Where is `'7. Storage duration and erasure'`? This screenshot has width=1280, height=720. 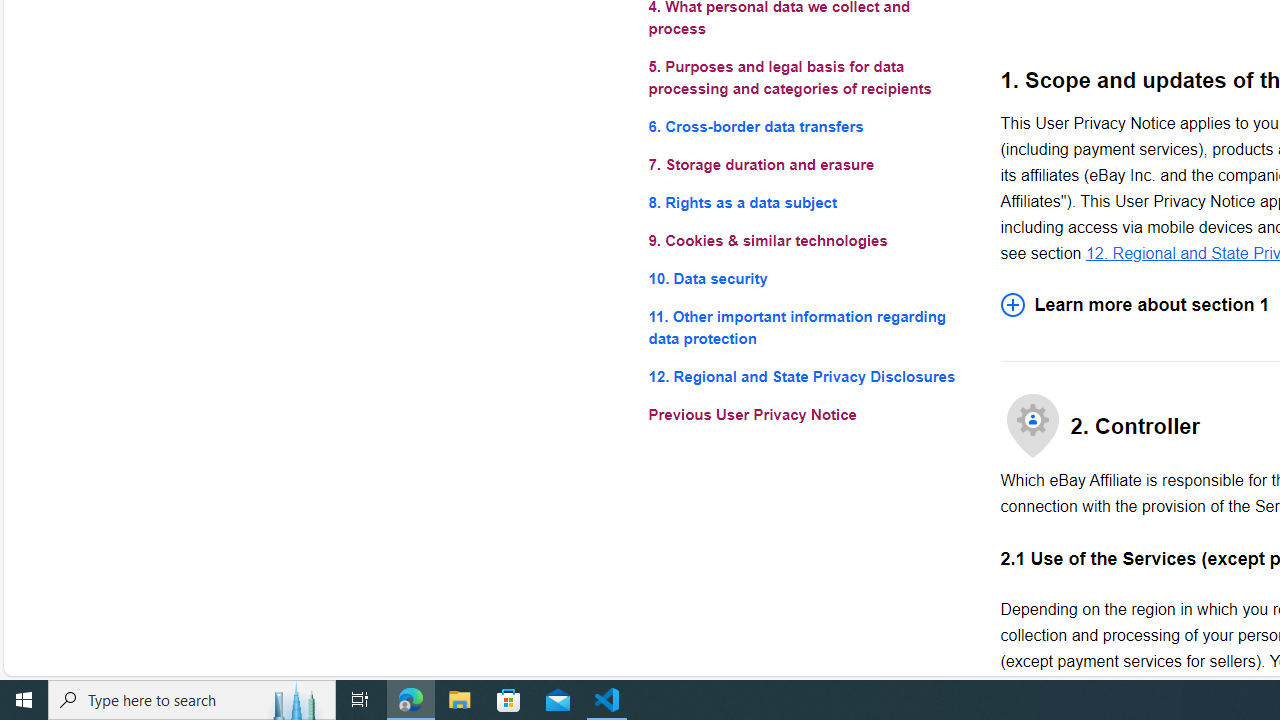
'7. Storage duration and erasure' is located at coordinates (808, 163).